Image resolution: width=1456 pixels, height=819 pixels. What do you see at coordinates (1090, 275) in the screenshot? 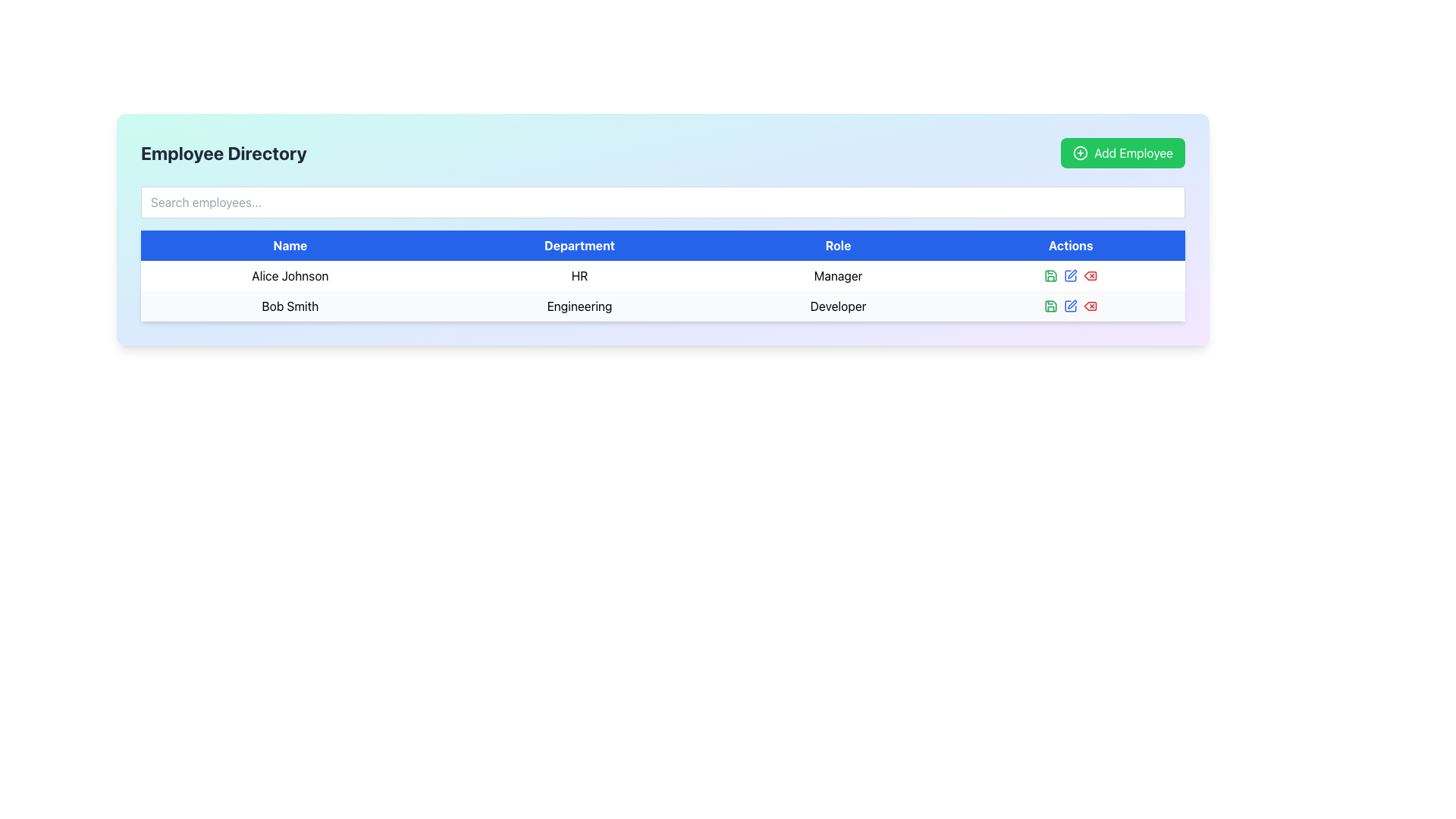
I see `the small red trash can icon with a red cross in the 'Actions' column for the employee 'Bob Smith'` at bounding box center [1090, 275].